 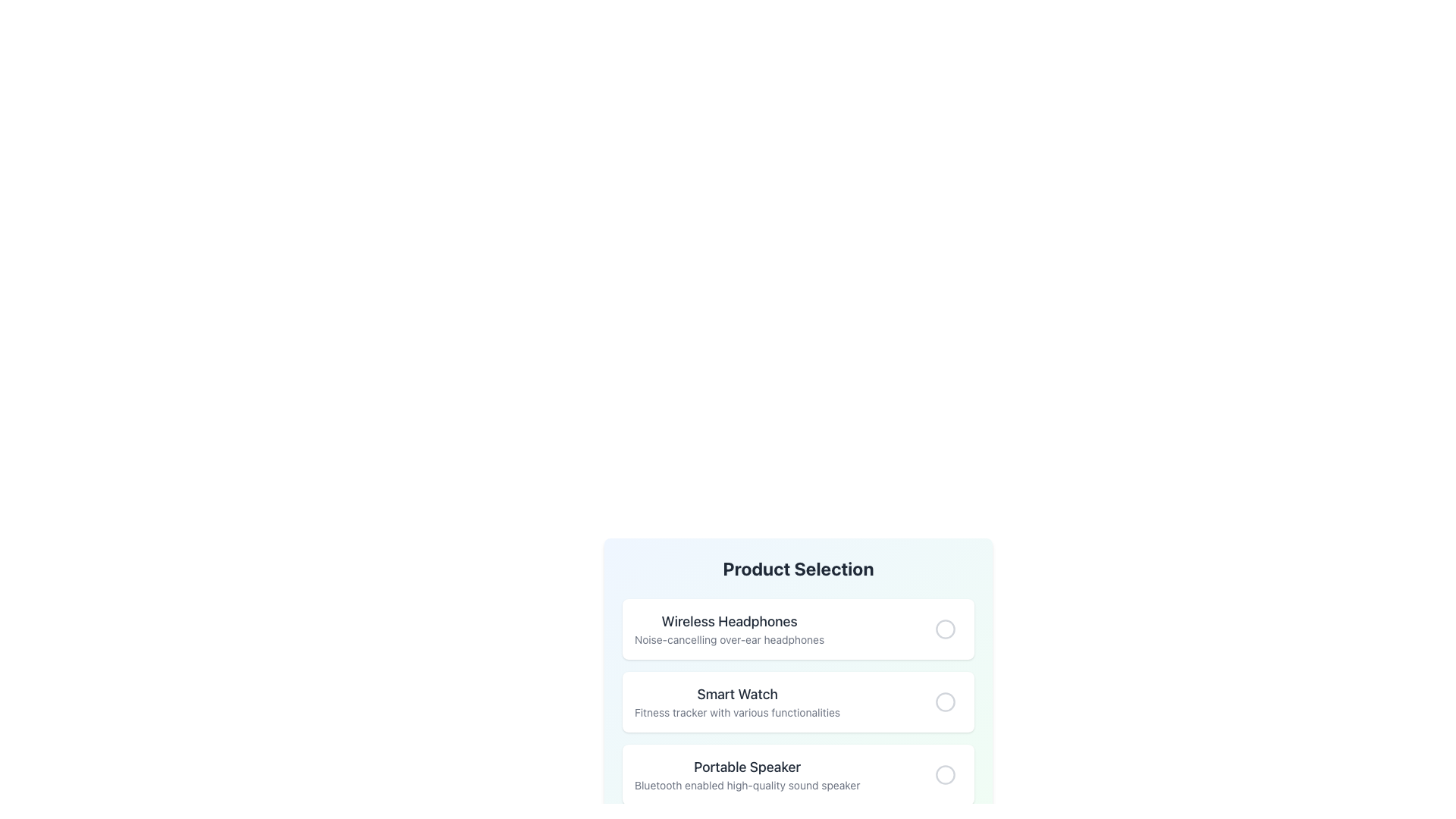 I want to click on the unselected radio button for 'Wireless Headphones' located to the right of the 'Product Selection' header, so click(x=945, y=629).